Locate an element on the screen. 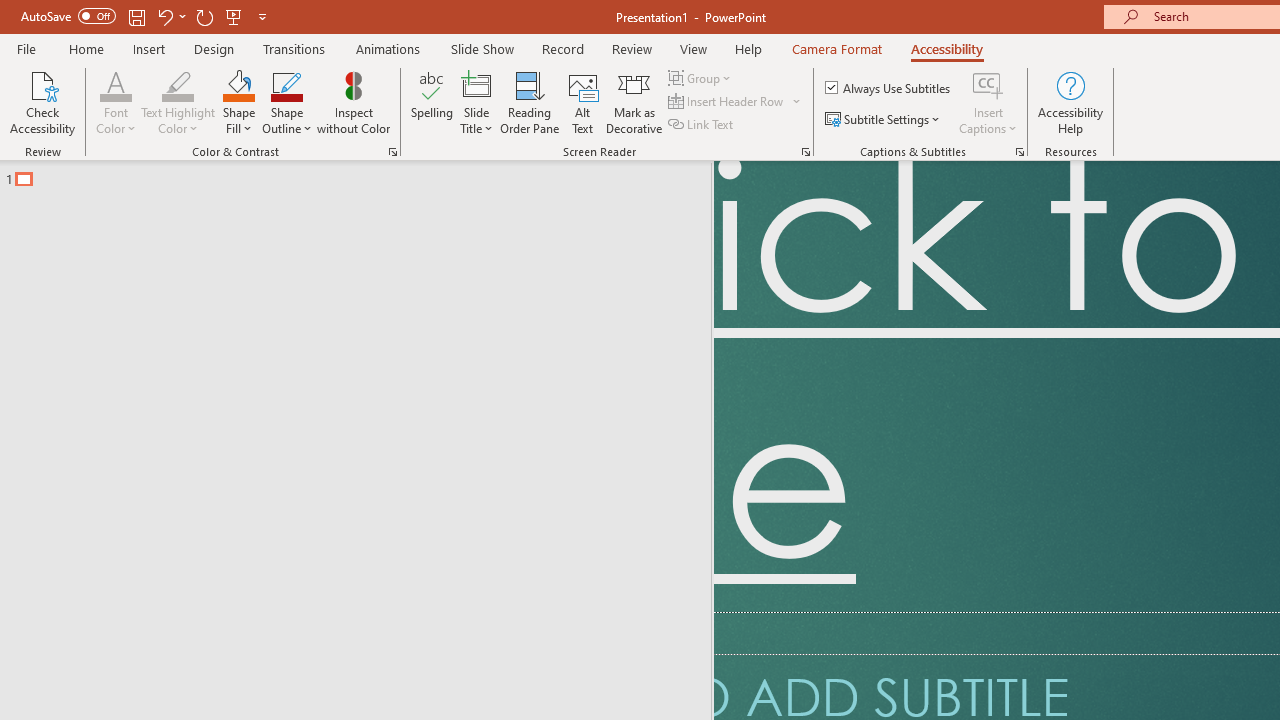  'Always Use Subtitles' is located at coordinates (888, 86).